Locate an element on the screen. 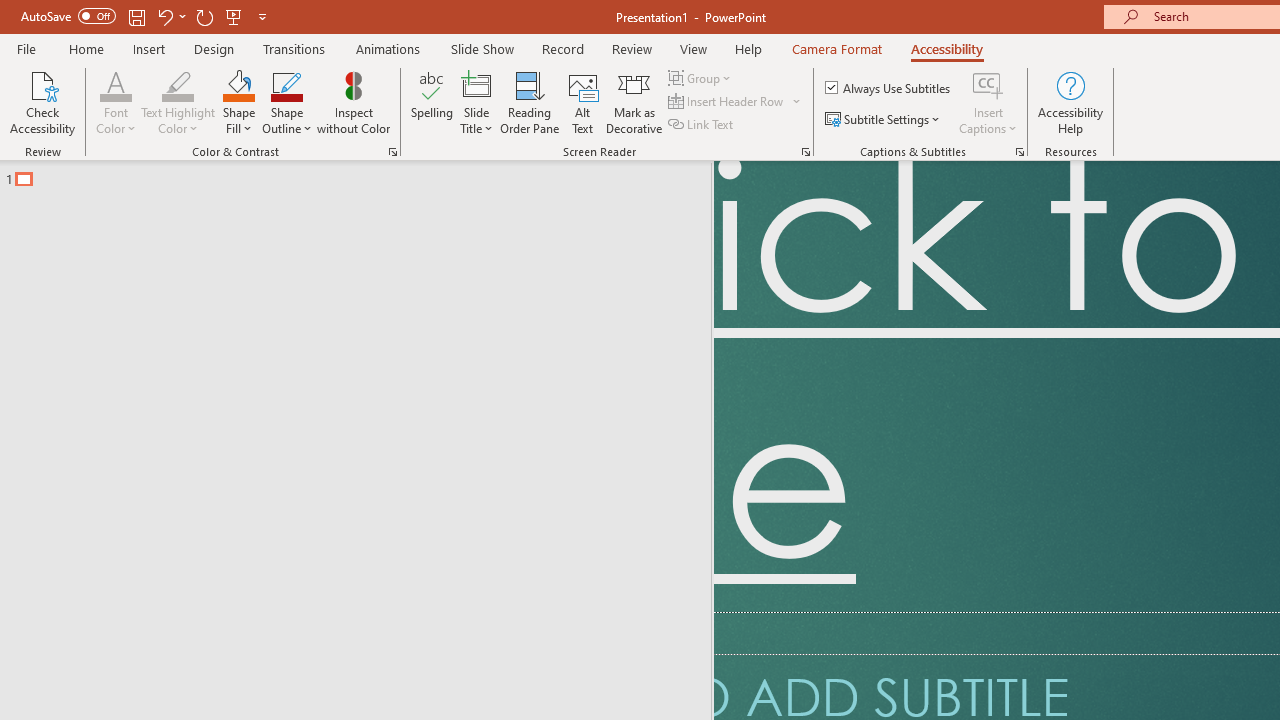  'Always Use Subtitles' is located at coordinates (888, 86).